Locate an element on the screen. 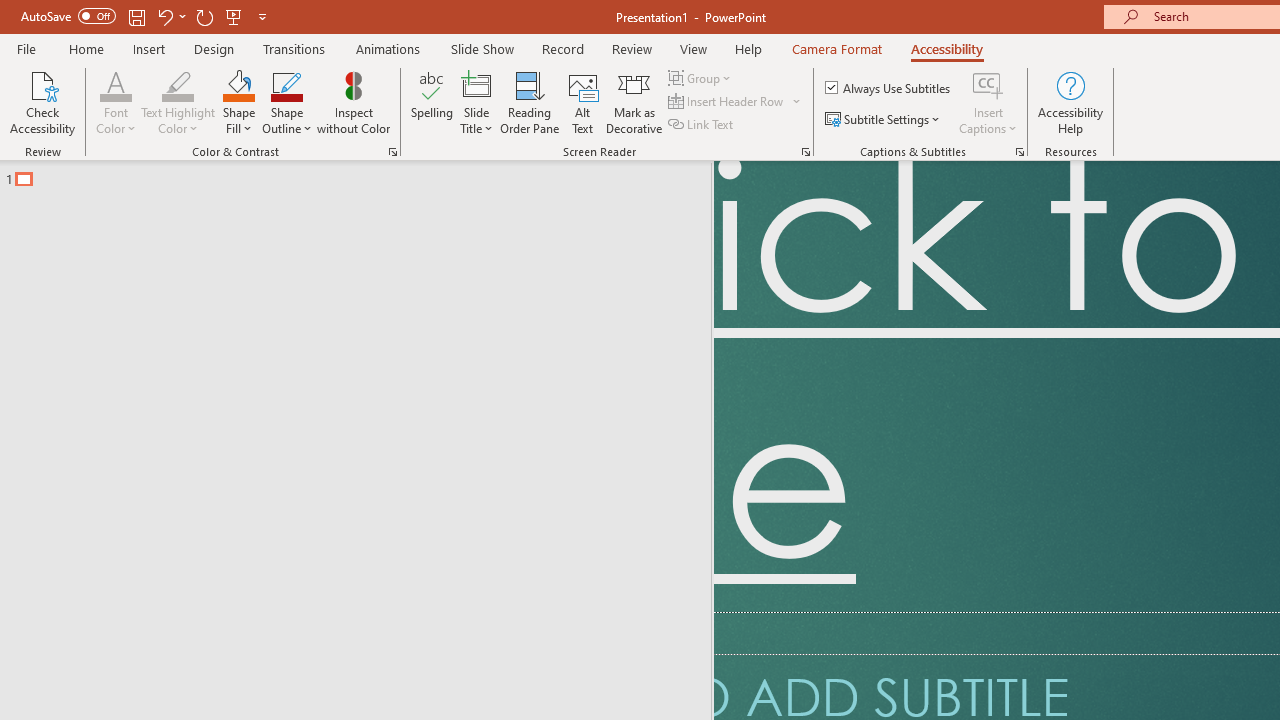  'Always Use Subtitles' is located at coordinates (888, 86).